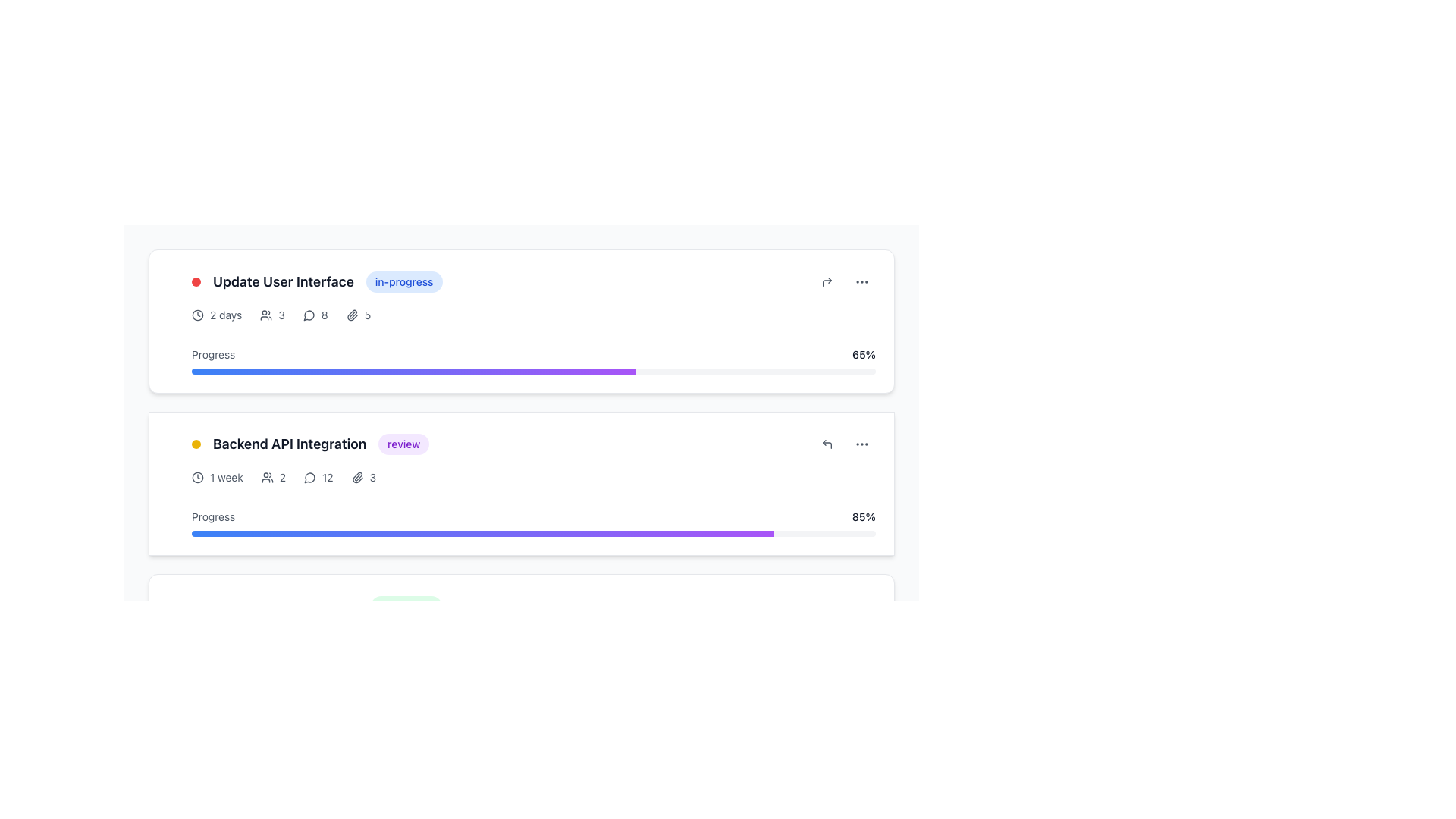  Describe the element at coordinates (196, 476) in the screenshot. I see `the SVG circle element that serves as the outer boundary of the clock icon in the top-left quarter of the 'Backend API Integration' task card` at that location.